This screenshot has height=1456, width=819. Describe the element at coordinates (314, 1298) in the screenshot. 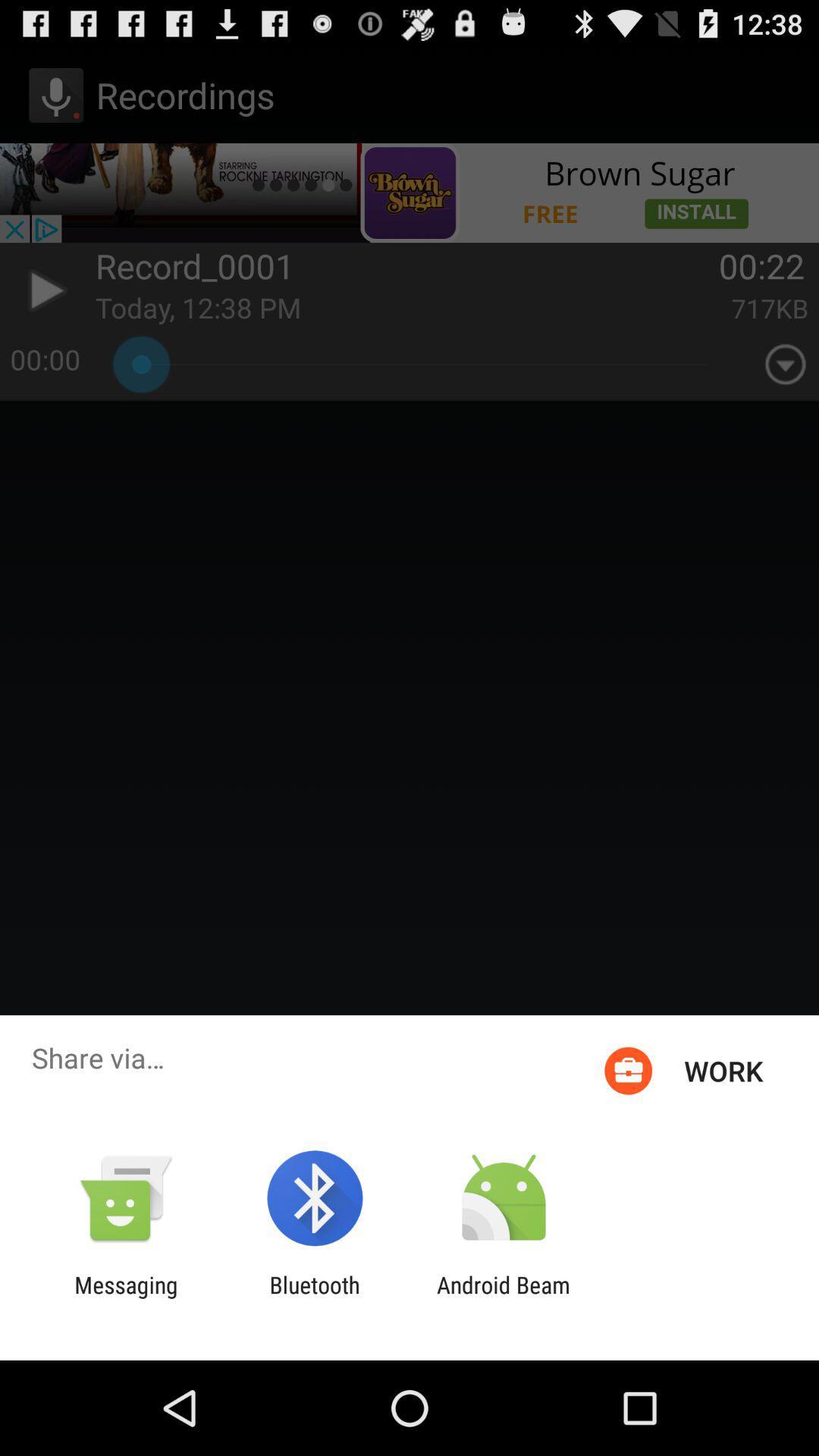

I see `item next to android beam item` at that location.